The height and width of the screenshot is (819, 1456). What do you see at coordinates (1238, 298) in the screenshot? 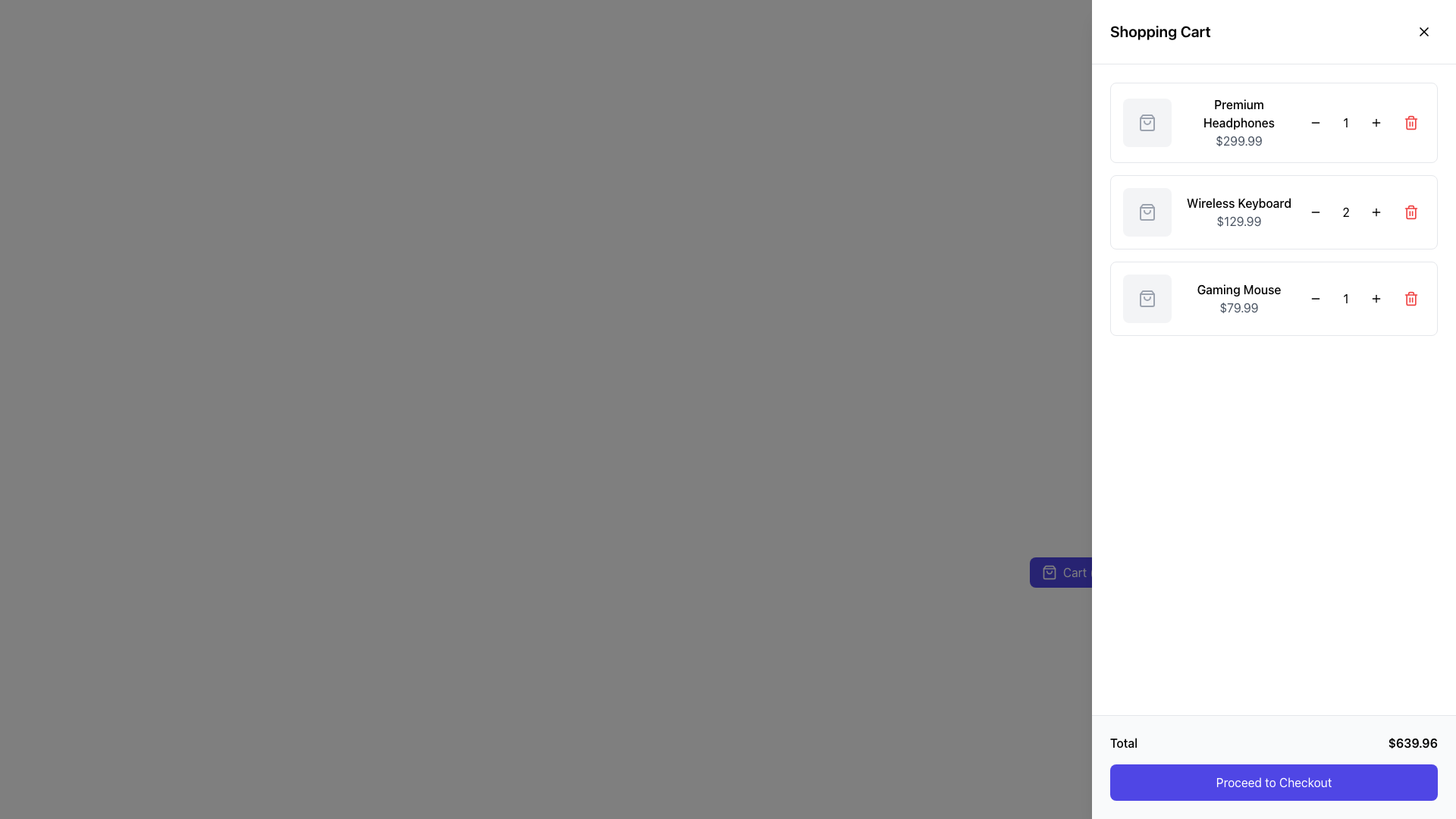
I see `the text of the 'Gaming Mouse' product information display component, which includes the product name and price, for copying purposes` at bounding box center [1238, 298].